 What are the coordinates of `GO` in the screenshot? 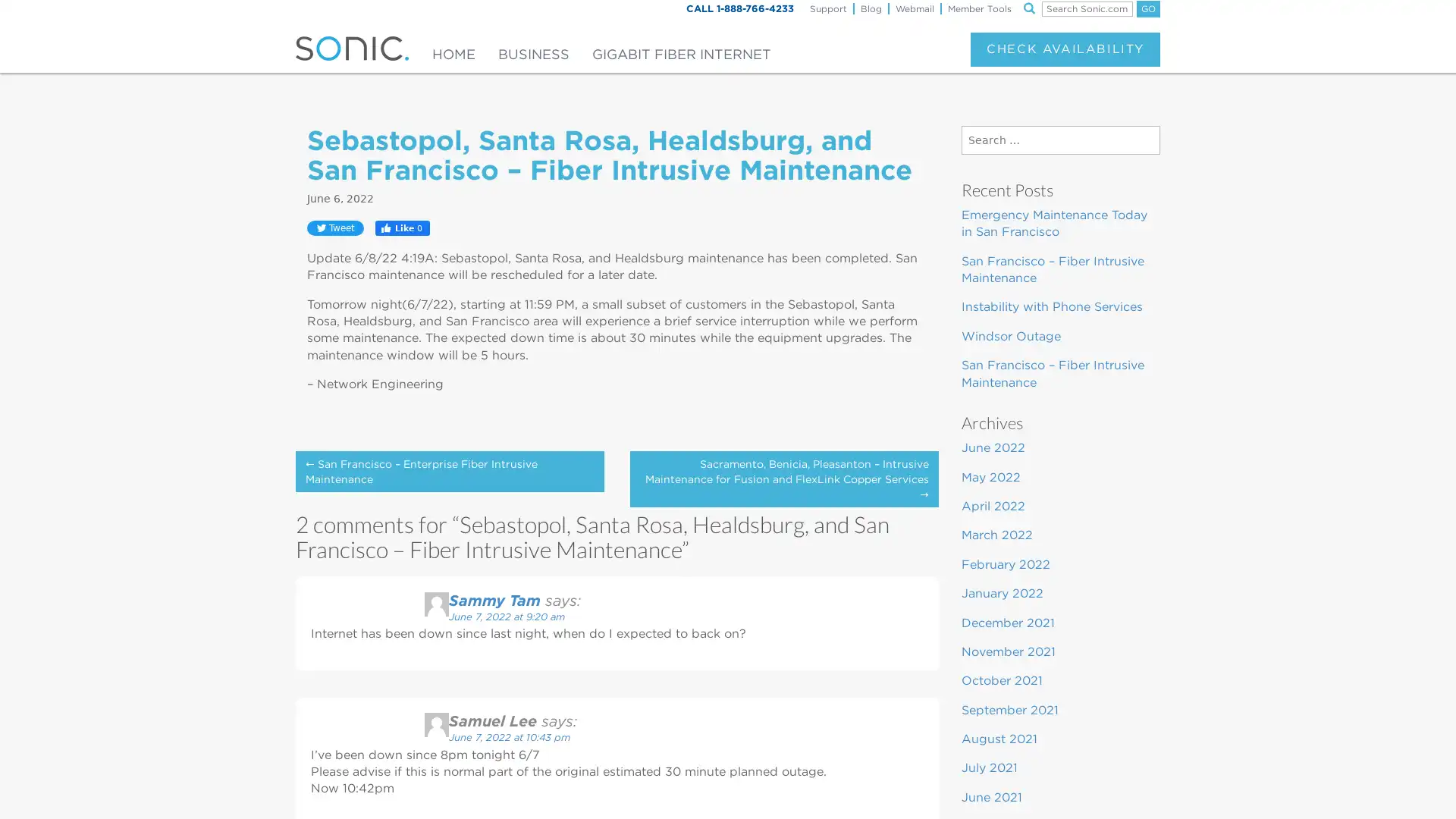 It's located at (1148, 8).